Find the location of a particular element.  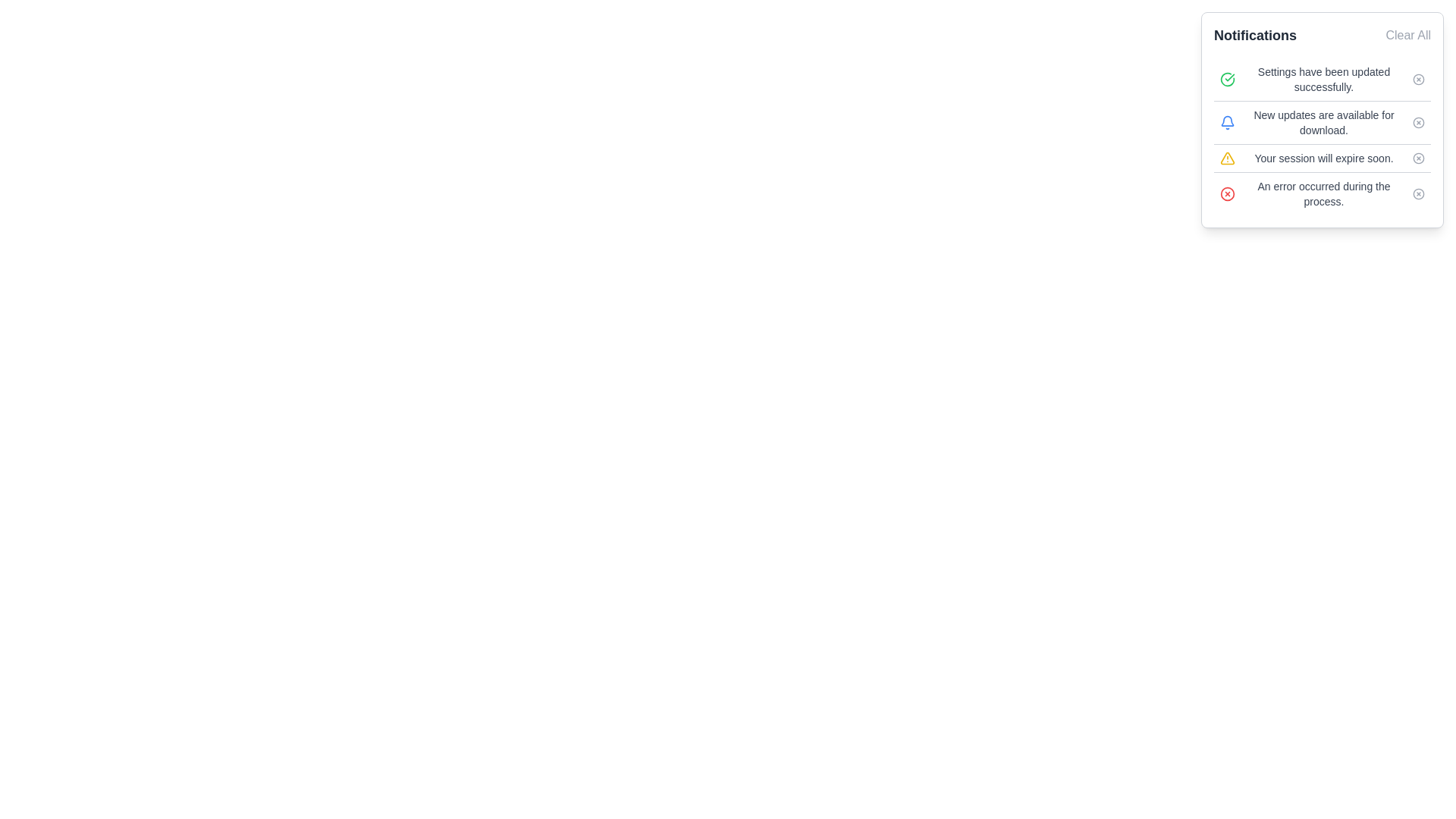

the error icon located near the left edge of the 'An error occurred during the process.' notification box is located at coordinates (1227, 193).